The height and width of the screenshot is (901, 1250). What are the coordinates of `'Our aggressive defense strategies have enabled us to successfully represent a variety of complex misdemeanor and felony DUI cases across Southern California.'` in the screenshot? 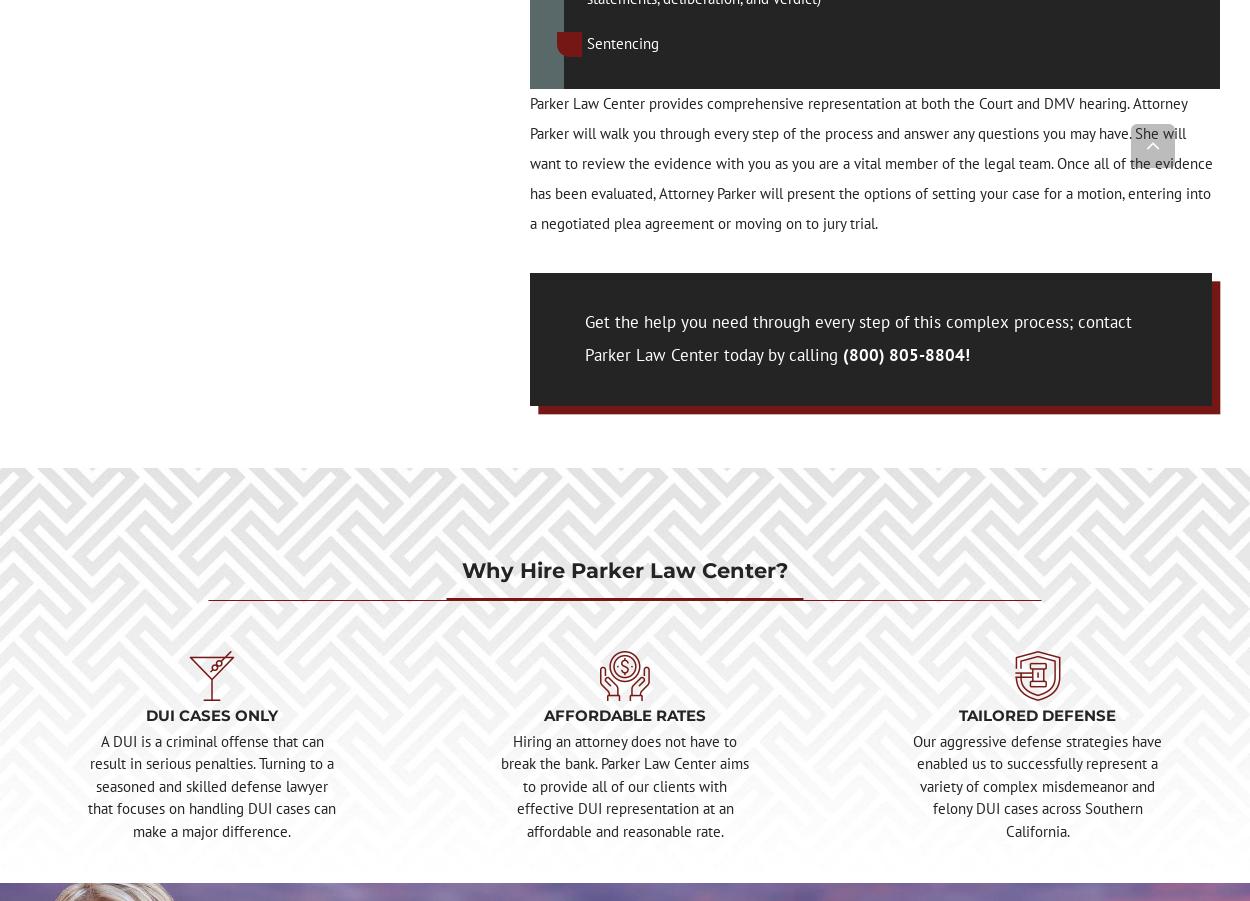 It's located at (1037, 784).